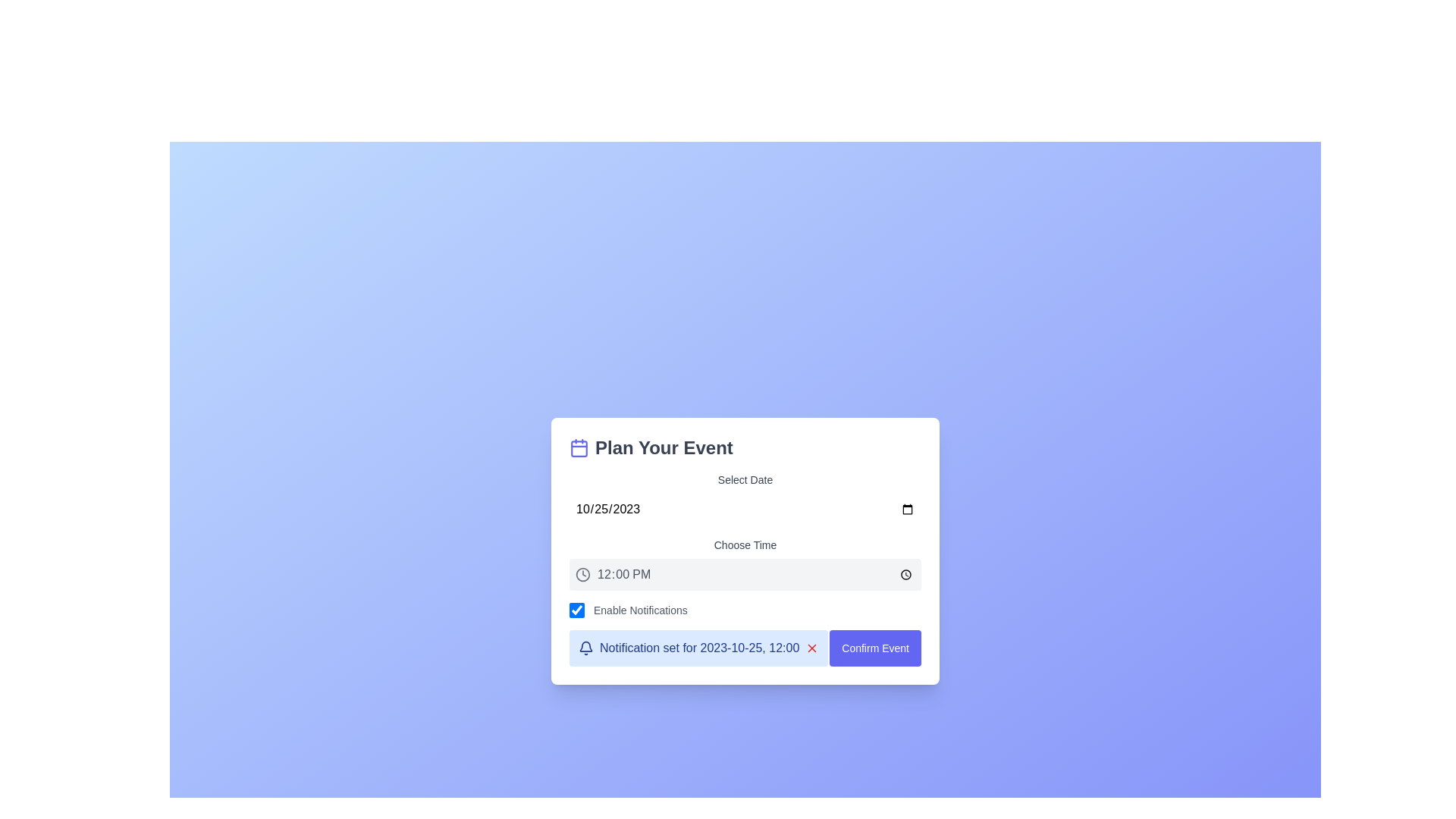  Describe the element at coordinates (745, 479) in the screenshot. I see `the text label displaying 'Select Date' in gray color, located at the top center of the 'Plan Your Event' panel` at that location.